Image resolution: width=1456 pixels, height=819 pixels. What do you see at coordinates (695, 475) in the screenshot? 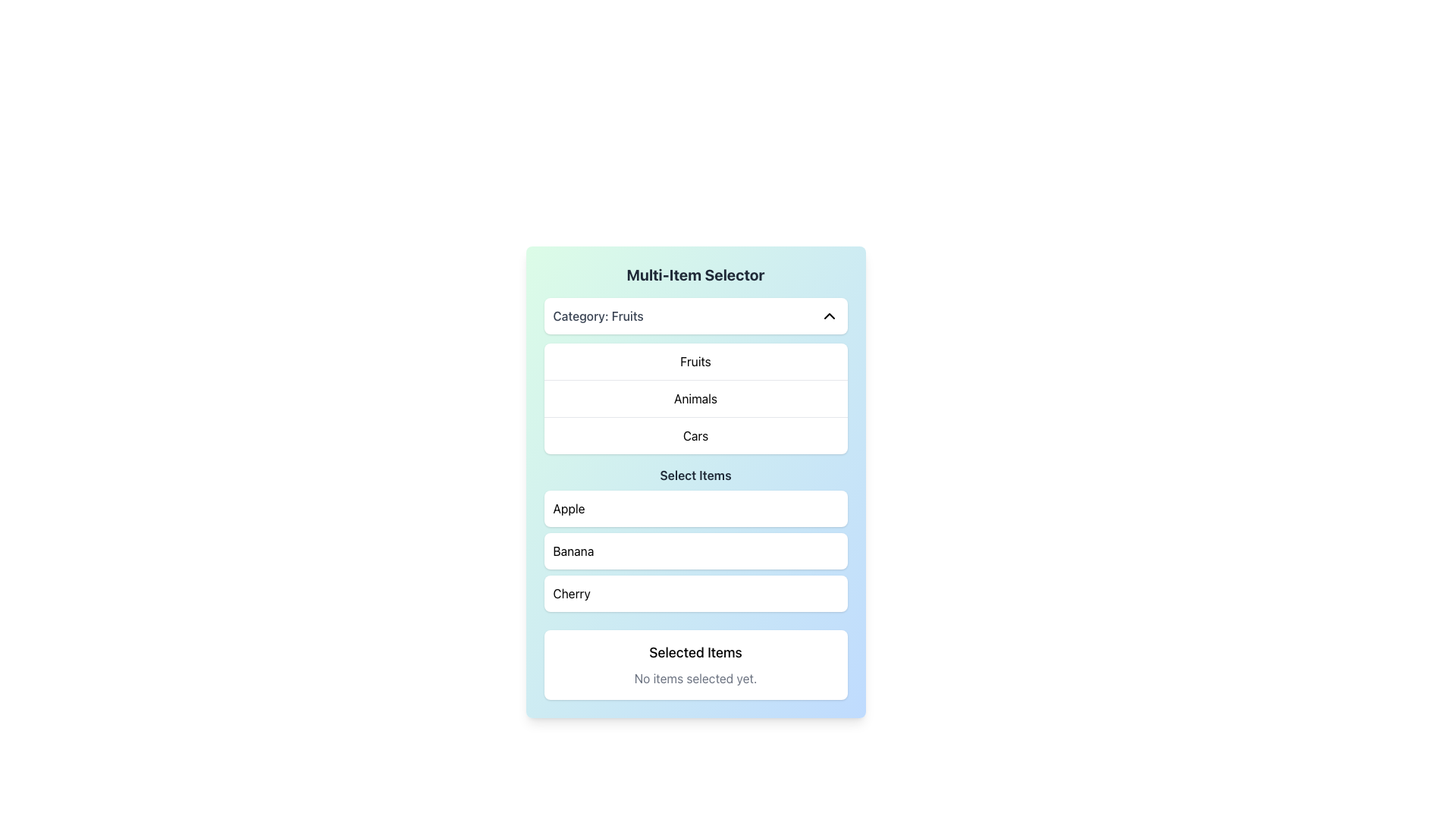
I see `the 'Select Items' label which is styled with bold font and dark gray color, located at the top of its section above the options 'Apple', 'Banana', and 'Cherry'` at bounding box center [695, 475].